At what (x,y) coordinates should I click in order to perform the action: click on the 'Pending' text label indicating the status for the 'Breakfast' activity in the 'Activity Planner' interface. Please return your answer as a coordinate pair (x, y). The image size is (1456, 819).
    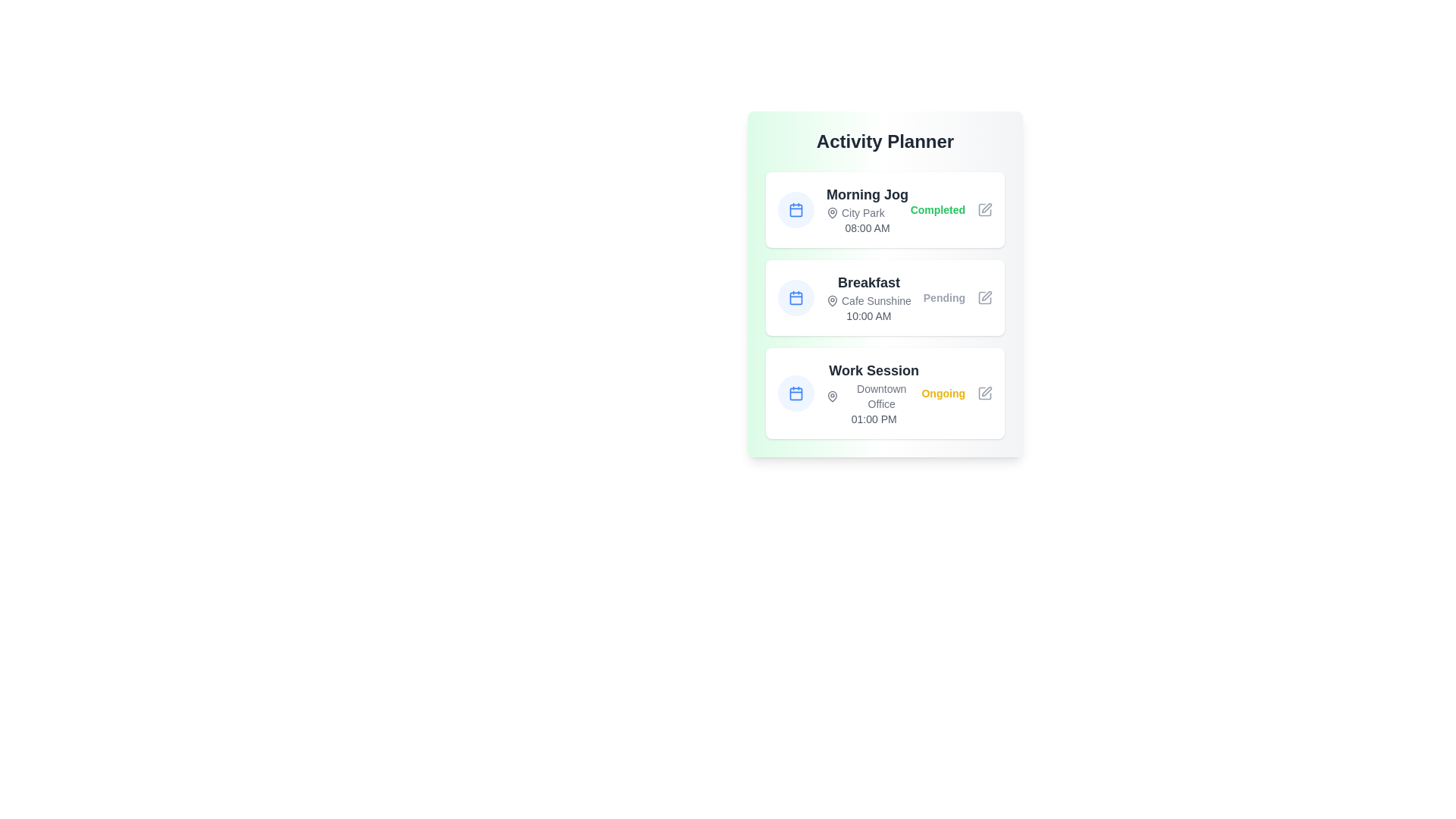
    Looking at the image, I should click on (943, 298).